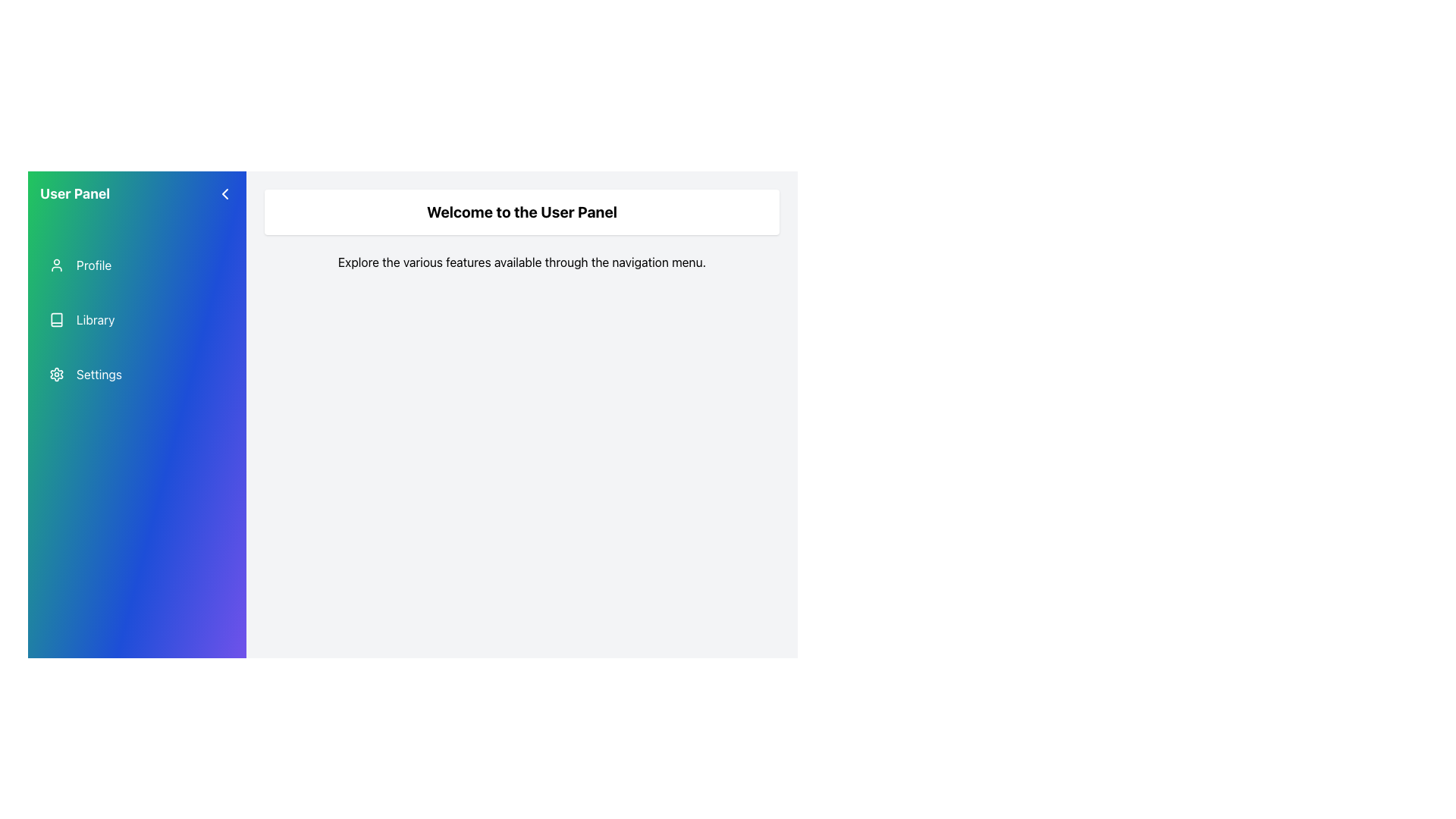 The height and width of the screenshot is (819, 1456). Describe the element at coordinates (57, 374) in the screenshot. I see `the gear-shaped icon in the settings menu on the left sidebar` at that location.